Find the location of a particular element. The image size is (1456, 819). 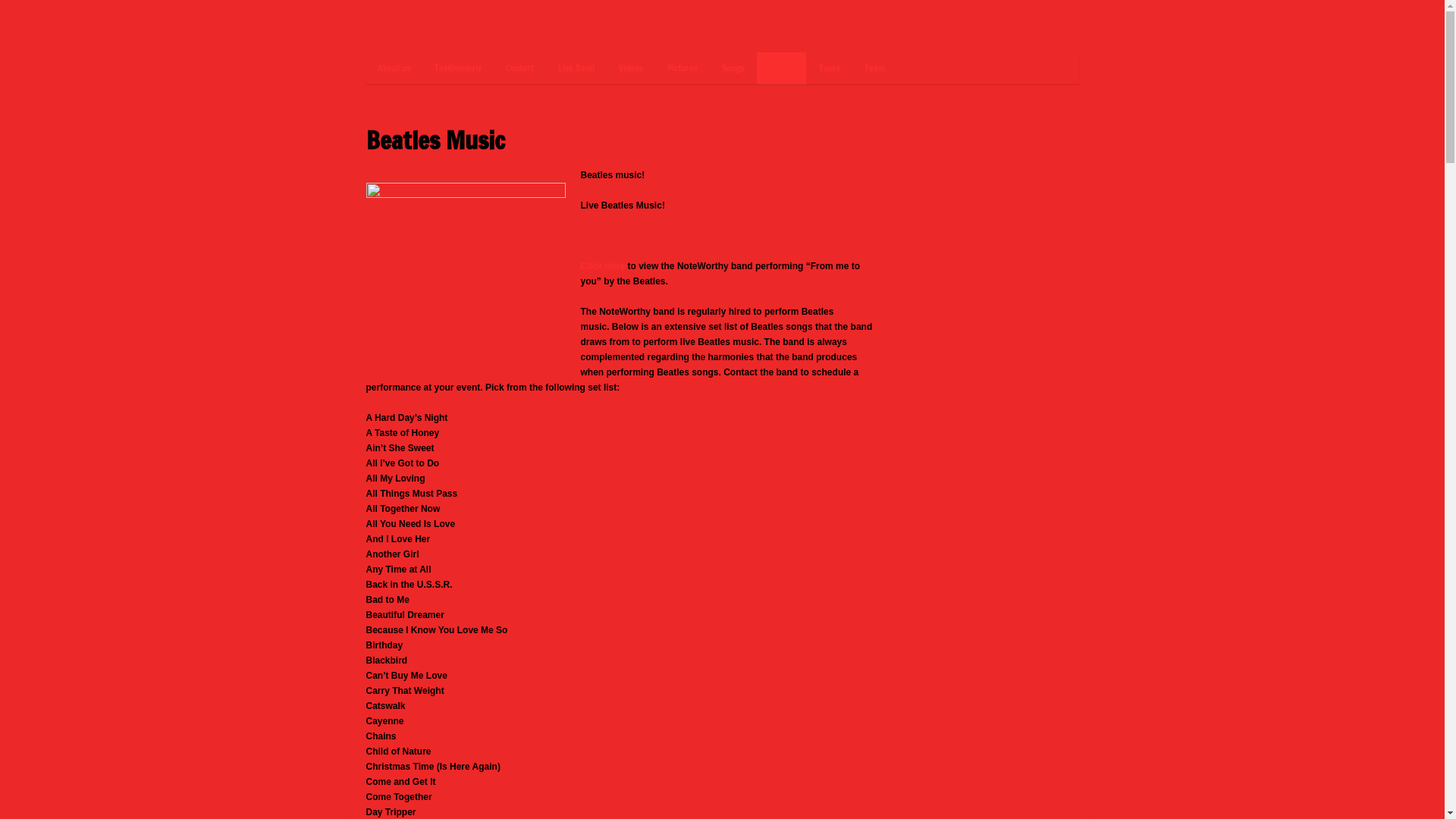

'Videos' is located at coordinates (629, 67).